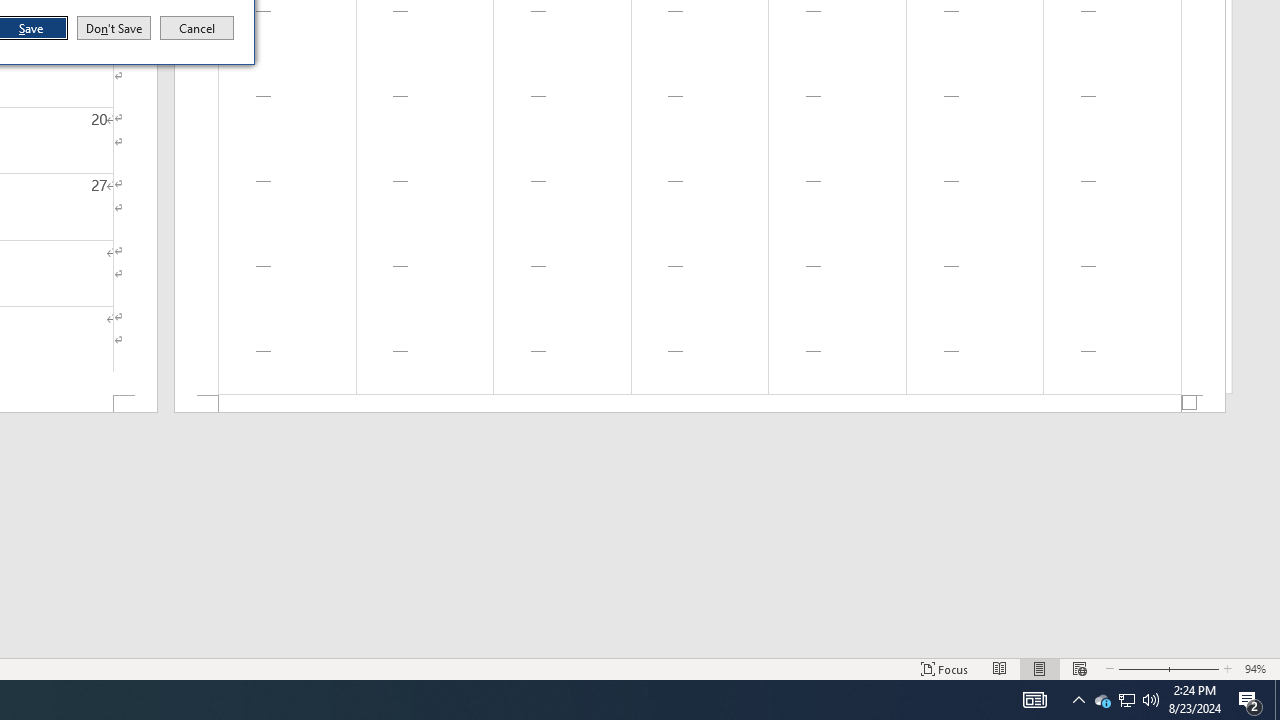 This screenshot has width=1280, height=720. What do you see at coordinates (1034, 698) in the screenshot?
I see `'AutomationID: 4105'` at bounding box center [1034, 698].